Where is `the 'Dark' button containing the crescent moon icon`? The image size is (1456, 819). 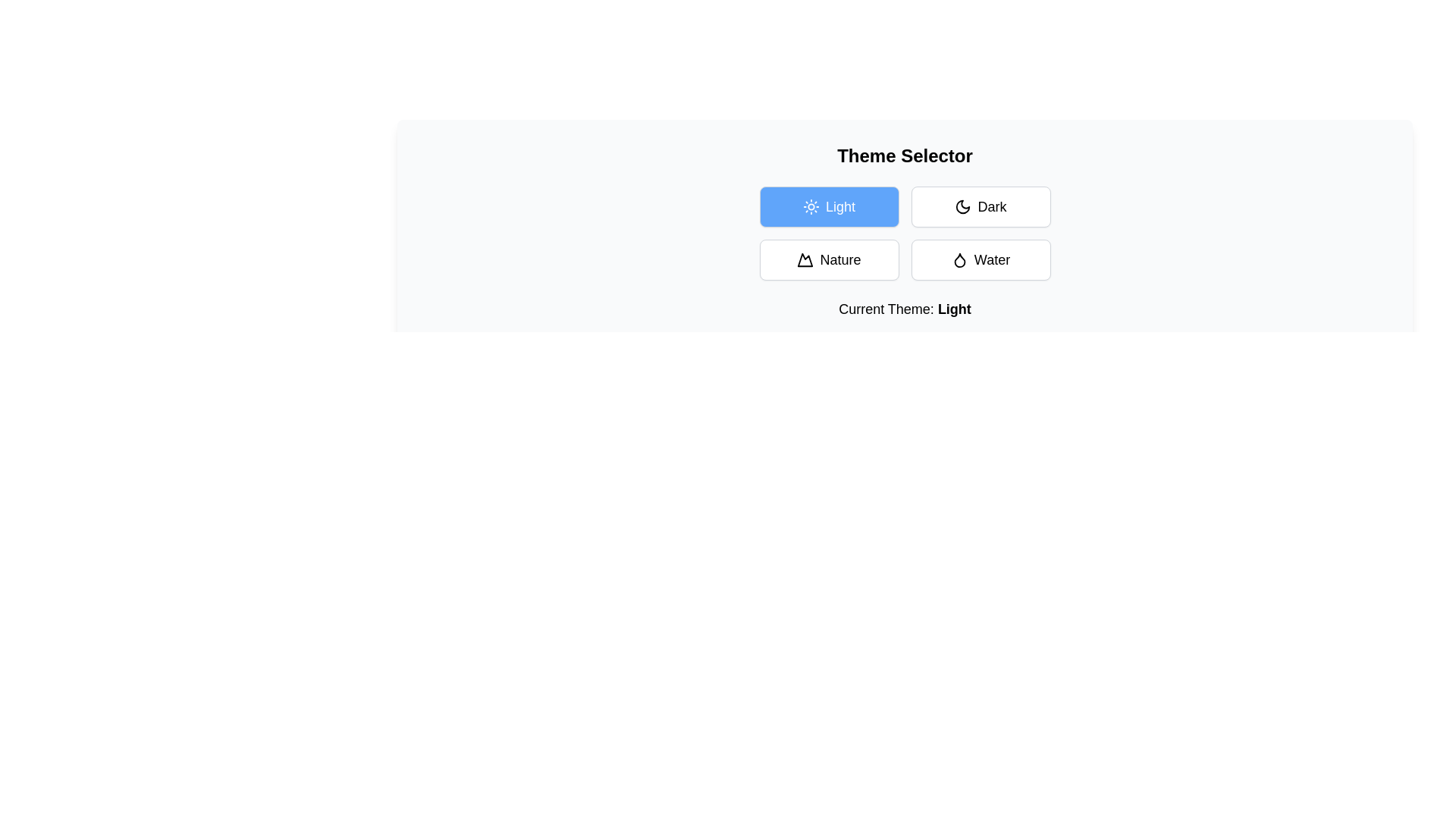 the 'Dark' button containing the crescent moon icon is located at coordinates (962, 207).